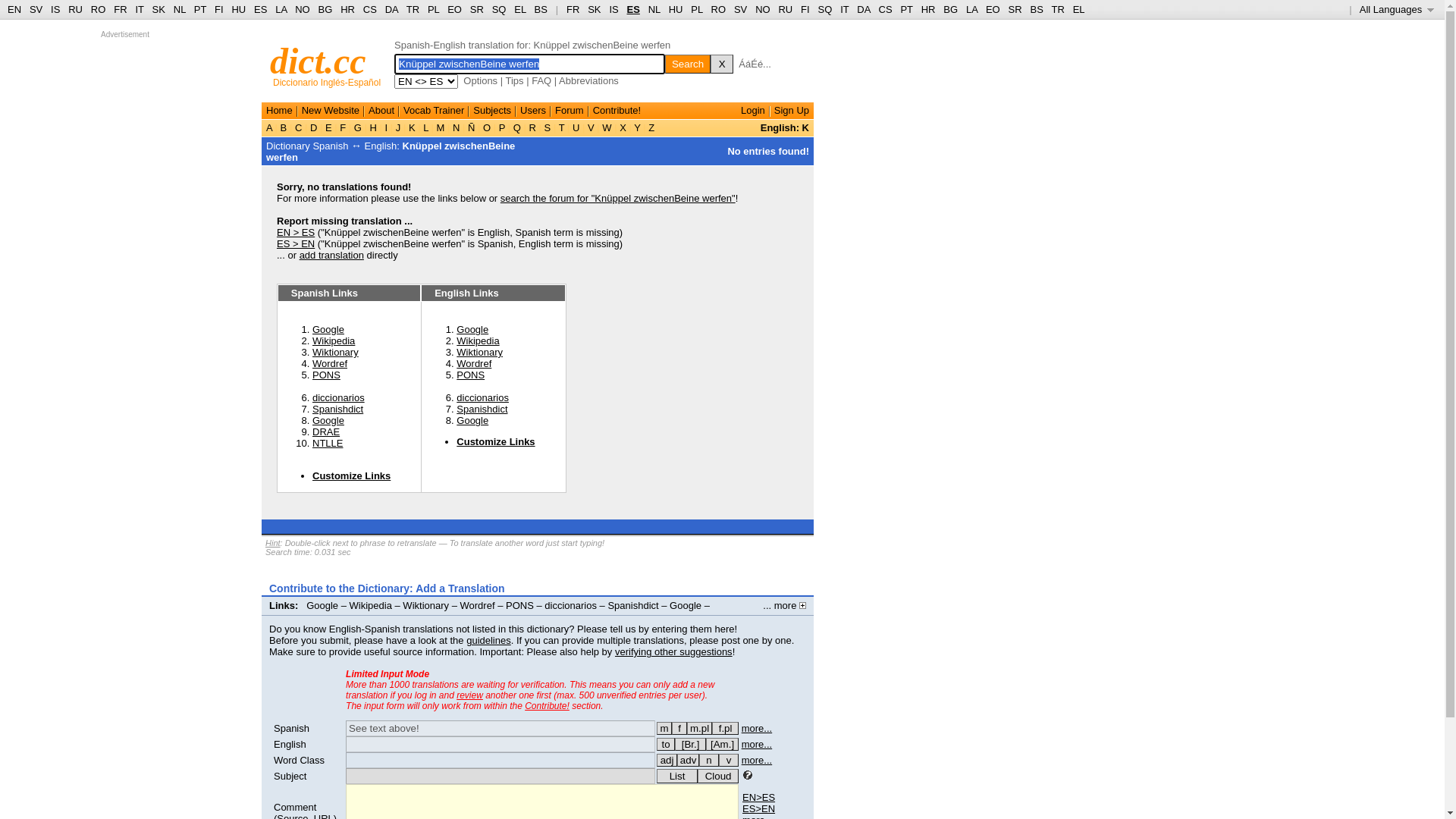 This screenshot has width=1456, height=819. I want to click on '... more', so click(784, 604).